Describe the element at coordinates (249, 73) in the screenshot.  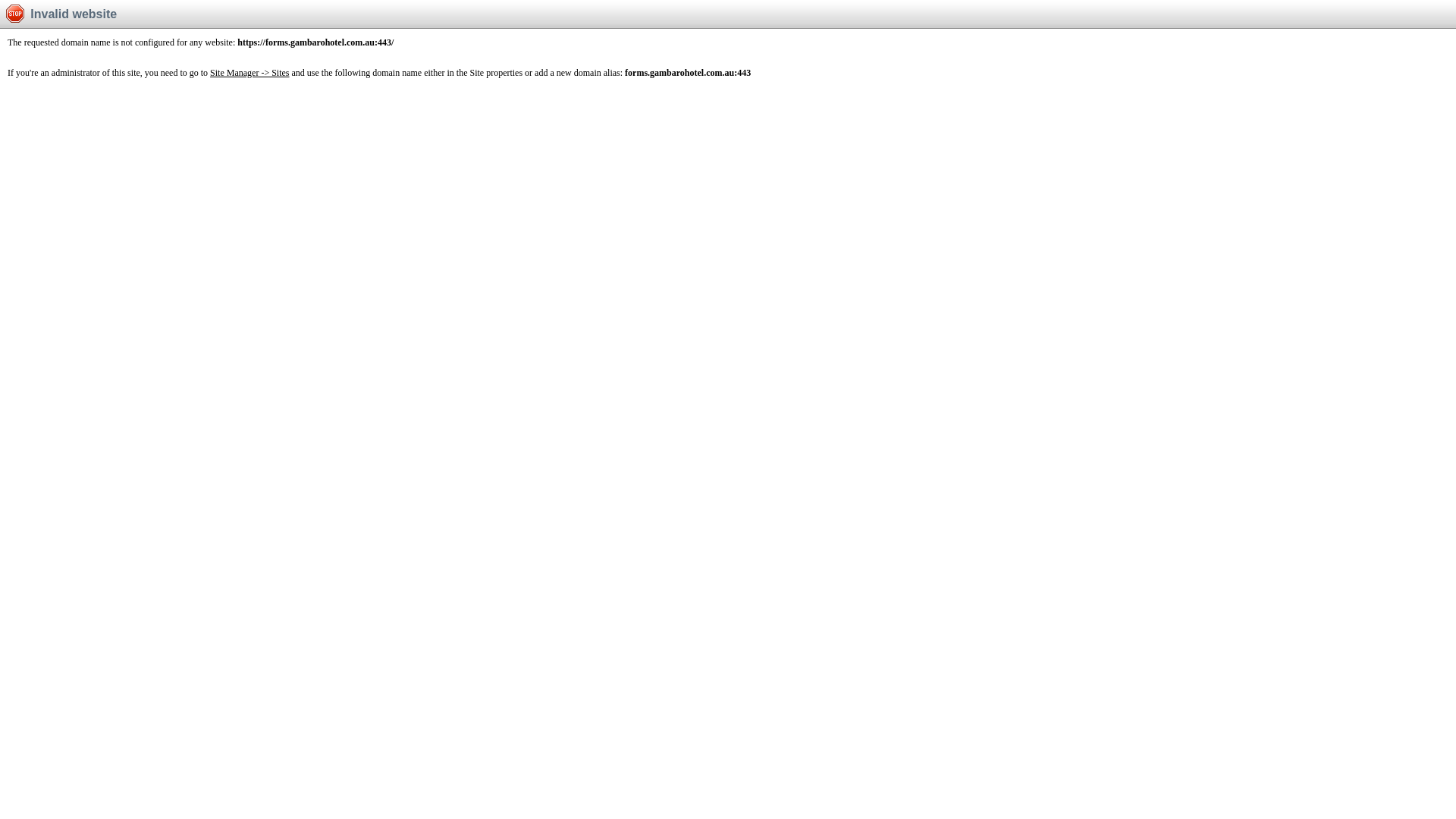
I see `'Site Manager -> Sites'` at that location.